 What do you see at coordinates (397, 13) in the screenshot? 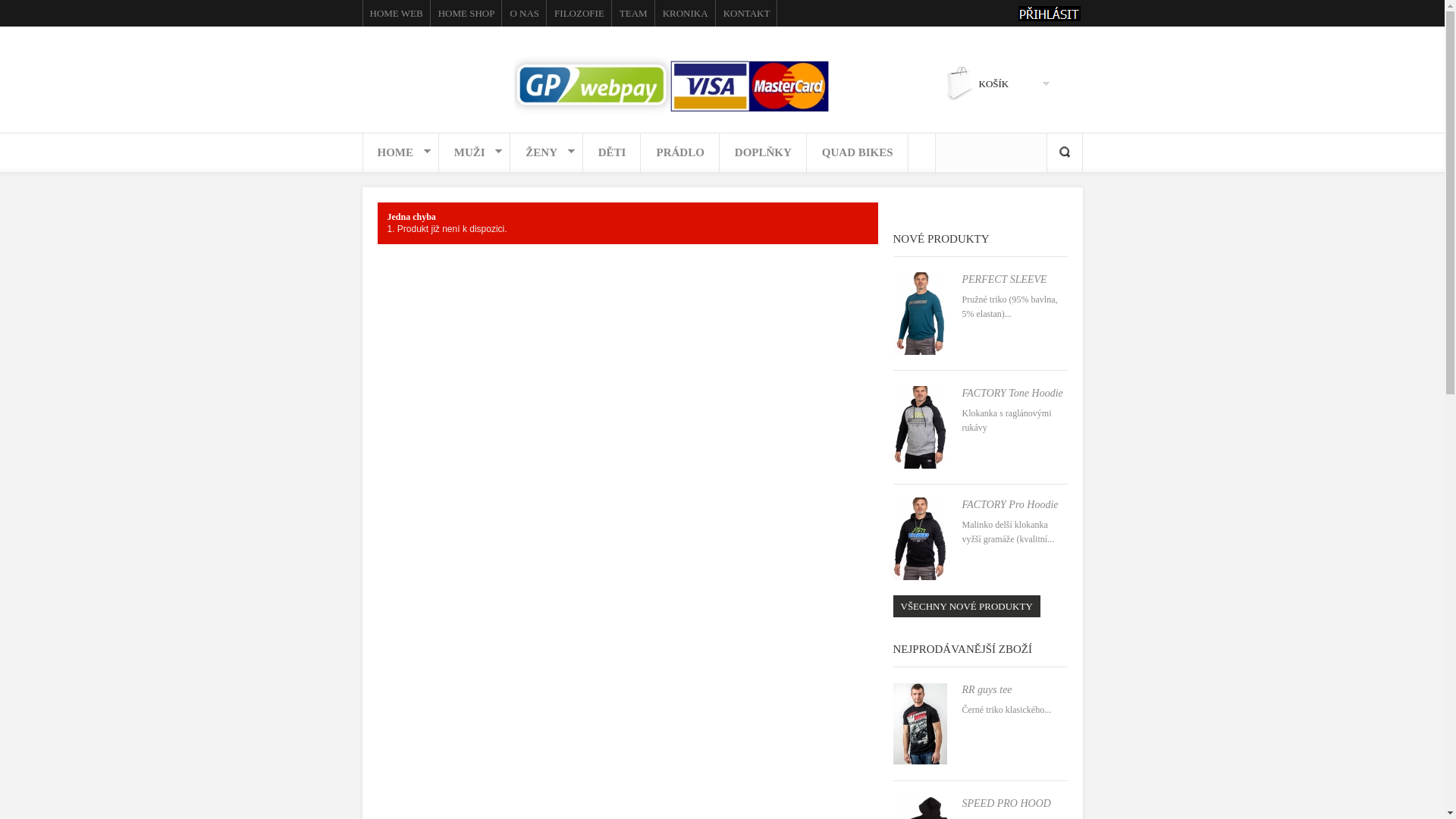
I see `'HOME WEB'` at bounding box center [397, 13].